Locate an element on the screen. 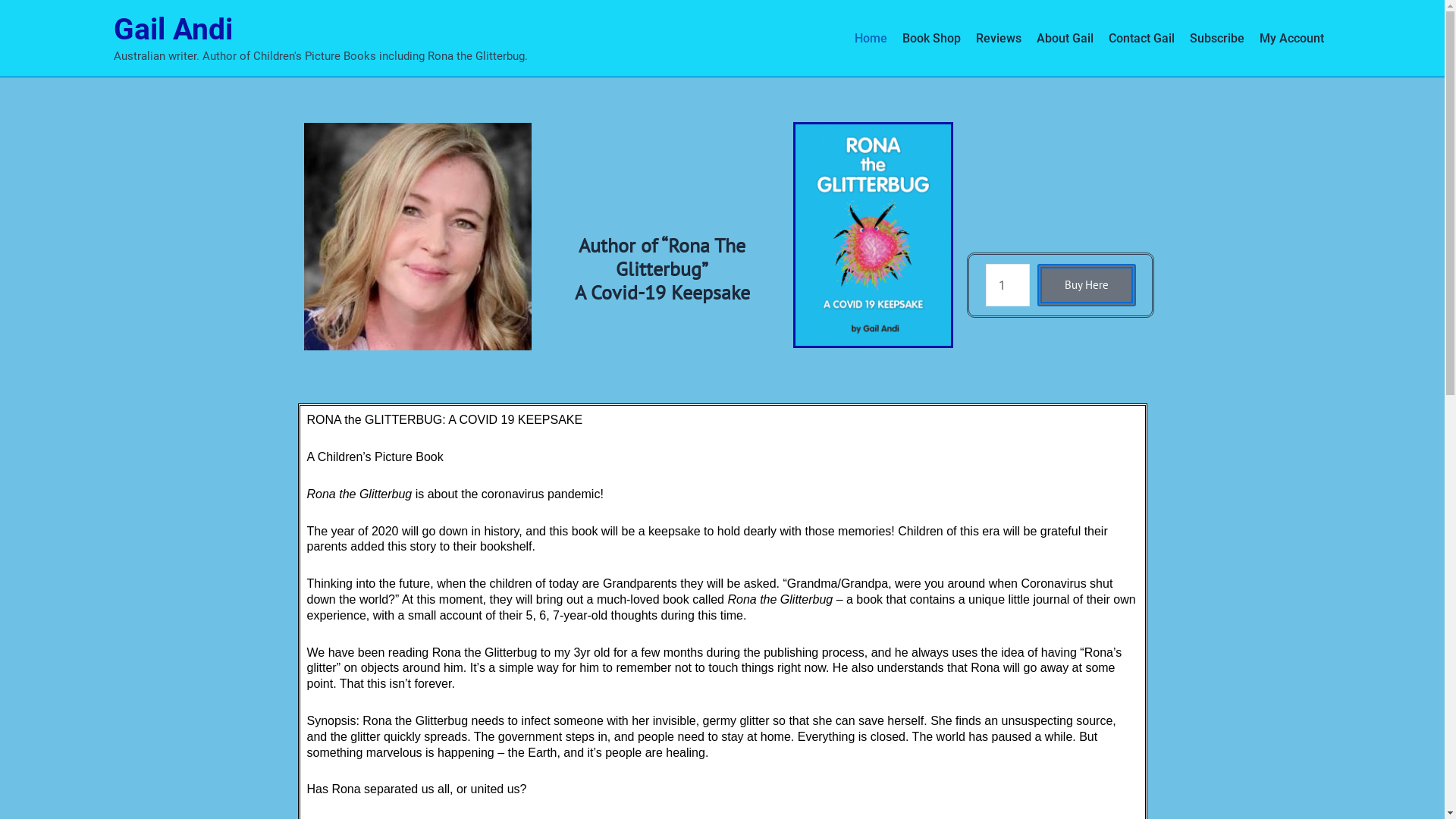 The width and height of the screenshot is (1456, 819). 'Book Shop' is located at coordinates (930, 37).